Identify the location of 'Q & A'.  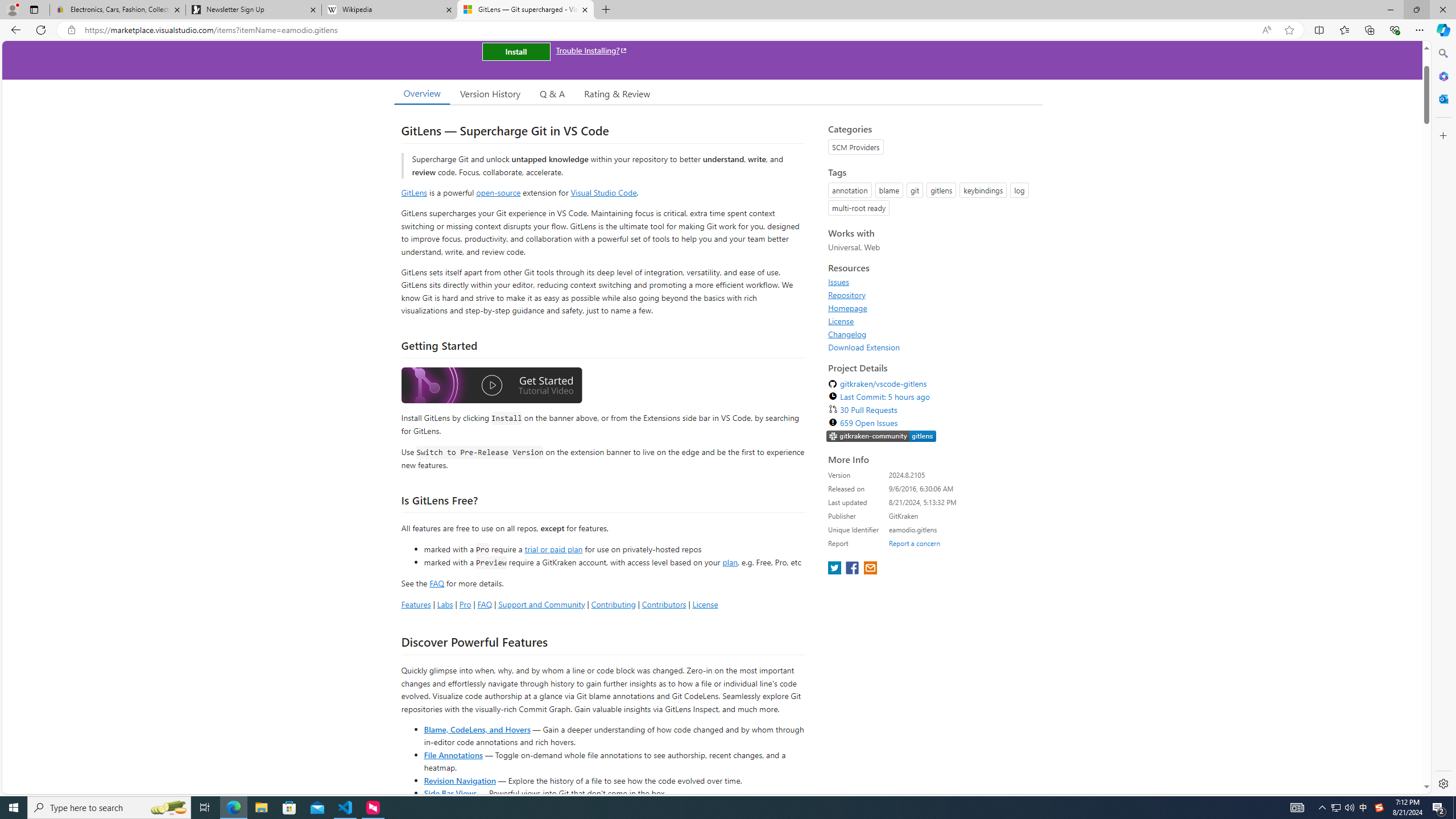
(552, 93).